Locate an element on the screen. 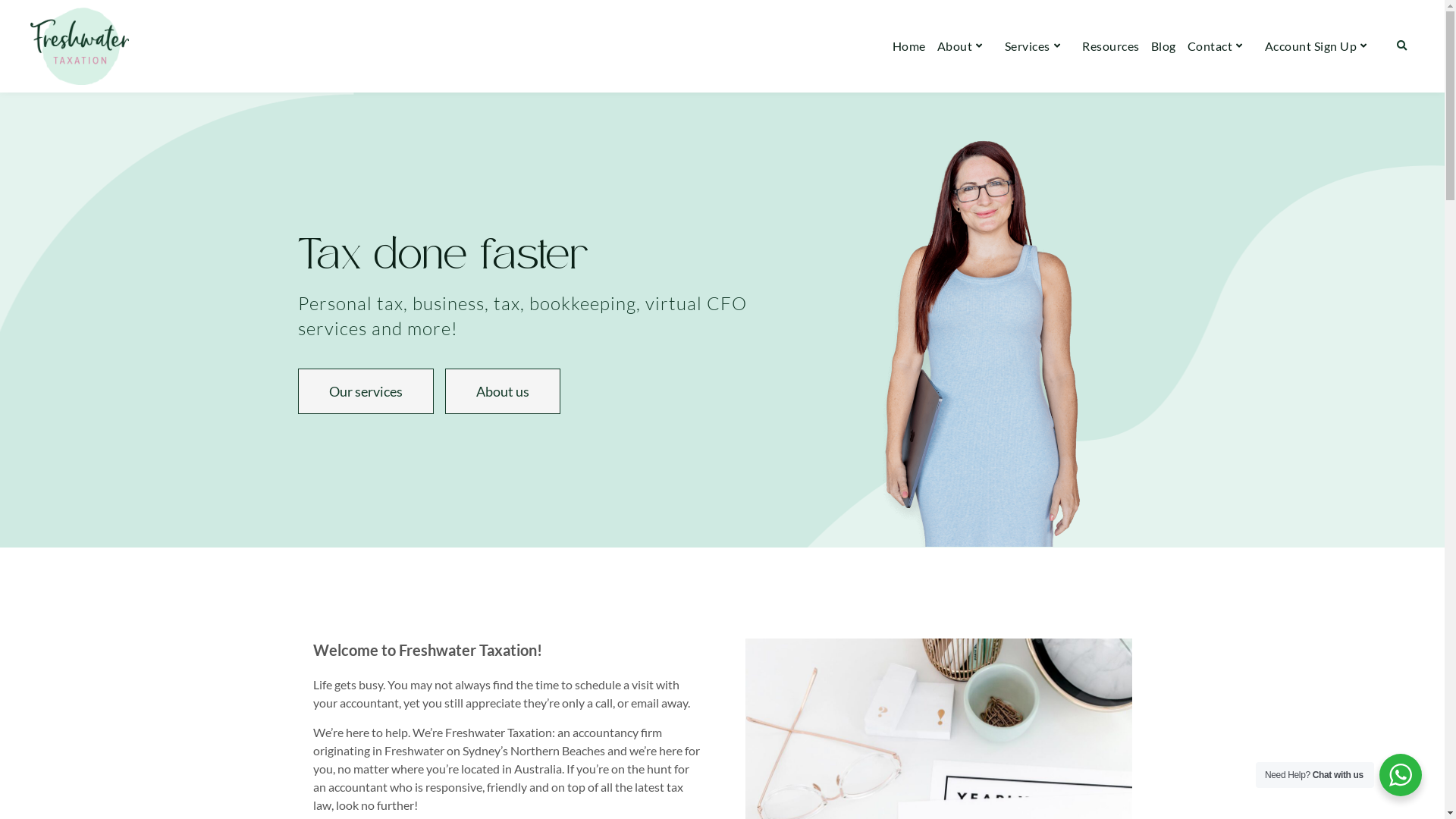  'About' is located at coordinates (937, 45).